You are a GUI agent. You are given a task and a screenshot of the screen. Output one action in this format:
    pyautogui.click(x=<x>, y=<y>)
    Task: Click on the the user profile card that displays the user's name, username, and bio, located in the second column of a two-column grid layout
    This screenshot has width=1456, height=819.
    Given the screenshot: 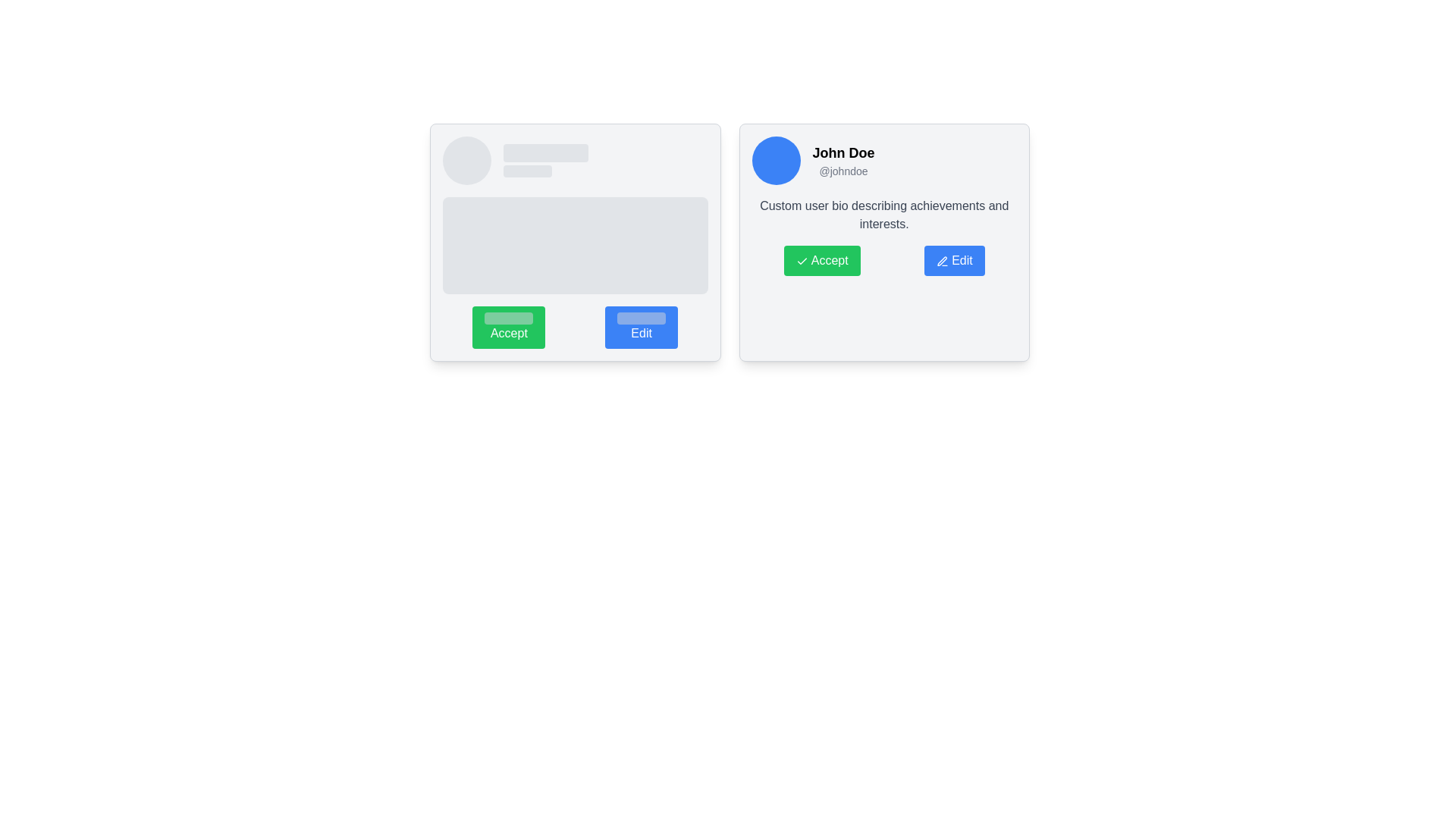 What is the action you would take?
    pyautogui.click(x=884, y=242)
    